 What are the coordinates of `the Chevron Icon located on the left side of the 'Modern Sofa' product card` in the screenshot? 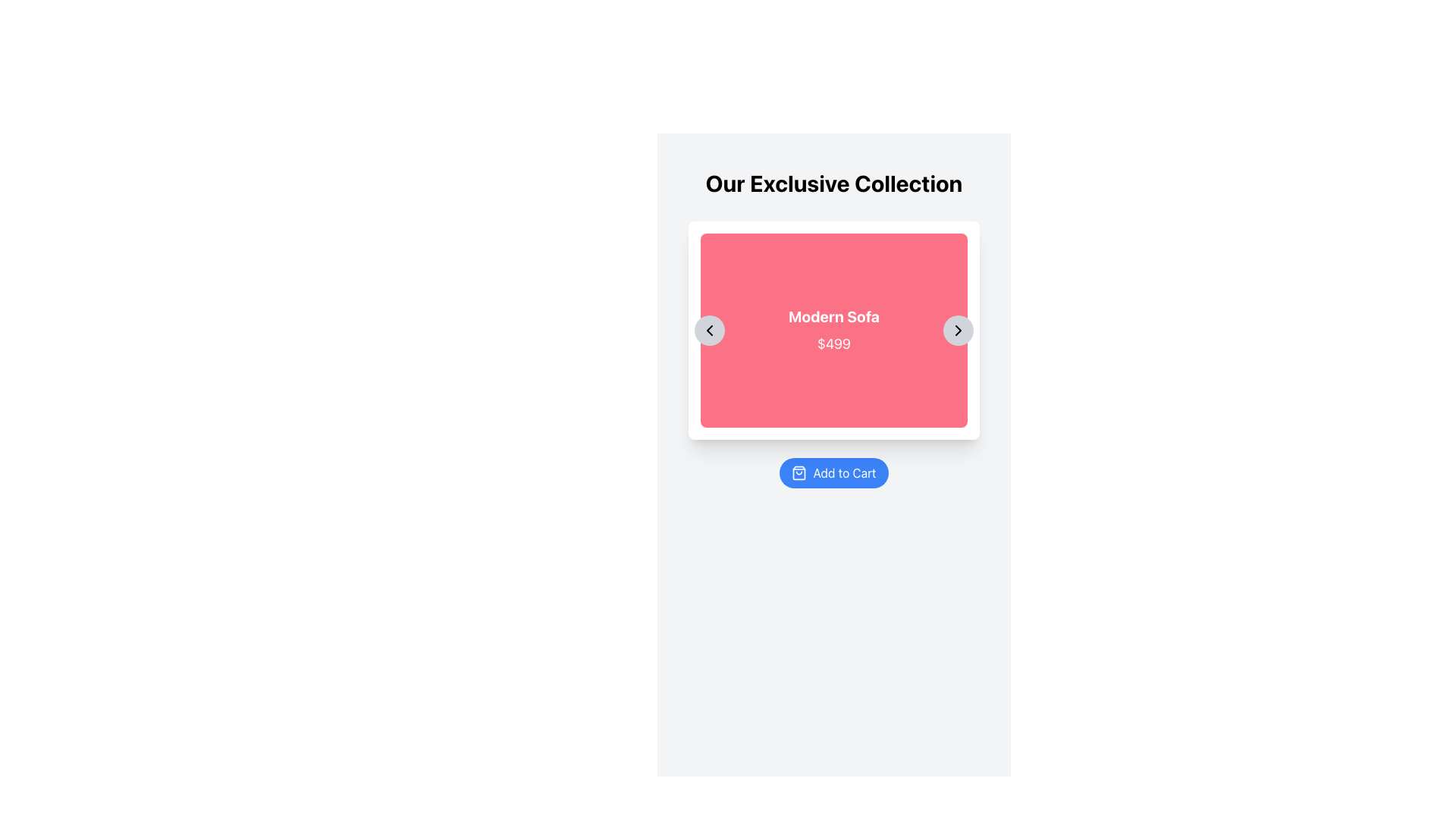 It's located at (709, 329).